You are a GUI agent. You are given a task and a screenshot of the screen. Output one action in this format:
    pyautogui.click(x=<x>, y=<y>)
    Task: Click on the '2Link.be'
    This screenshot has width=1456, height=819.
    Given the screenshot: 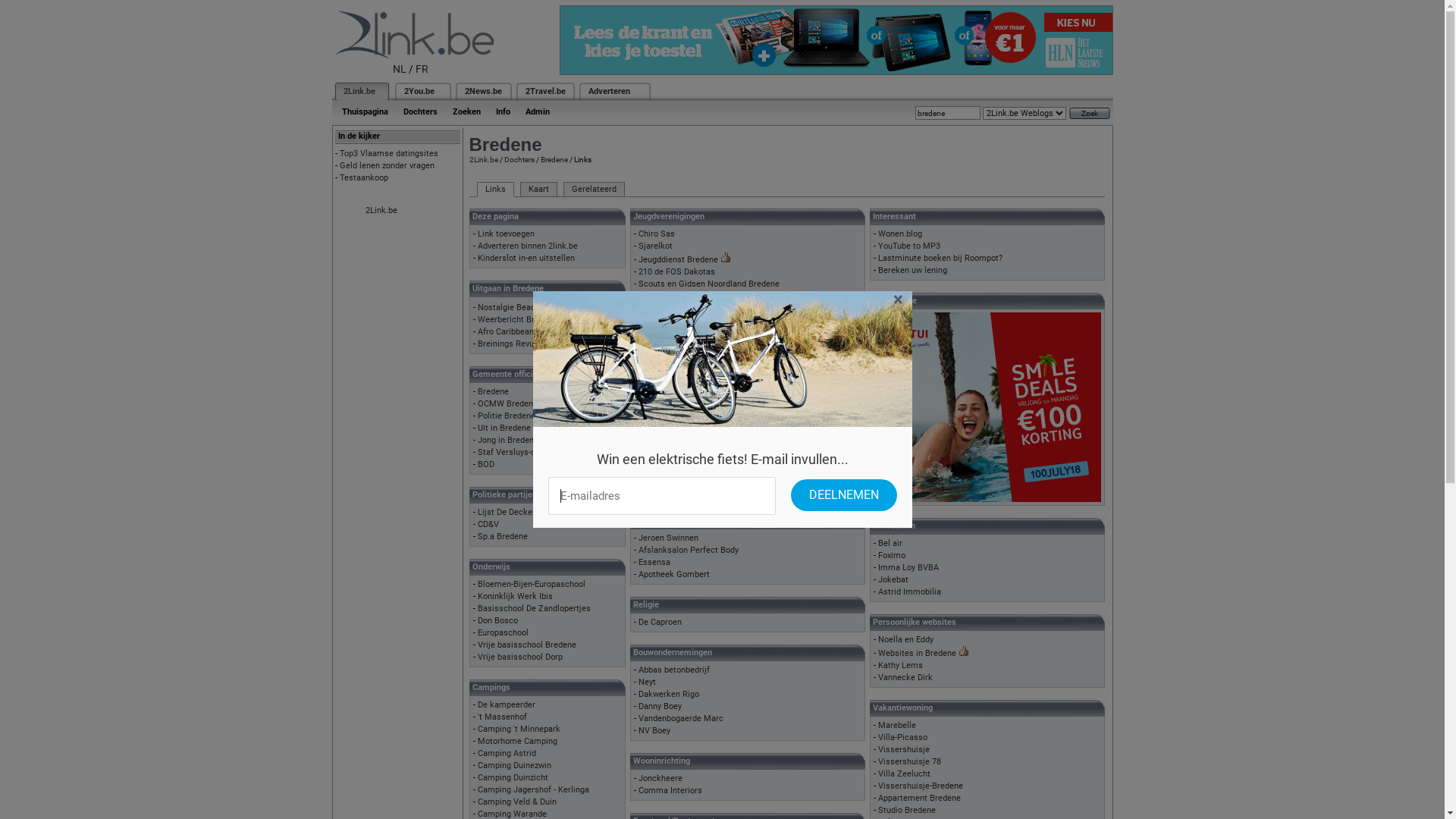 What is the action you would take?
    pyautogui.click(x=358, y=91)
    